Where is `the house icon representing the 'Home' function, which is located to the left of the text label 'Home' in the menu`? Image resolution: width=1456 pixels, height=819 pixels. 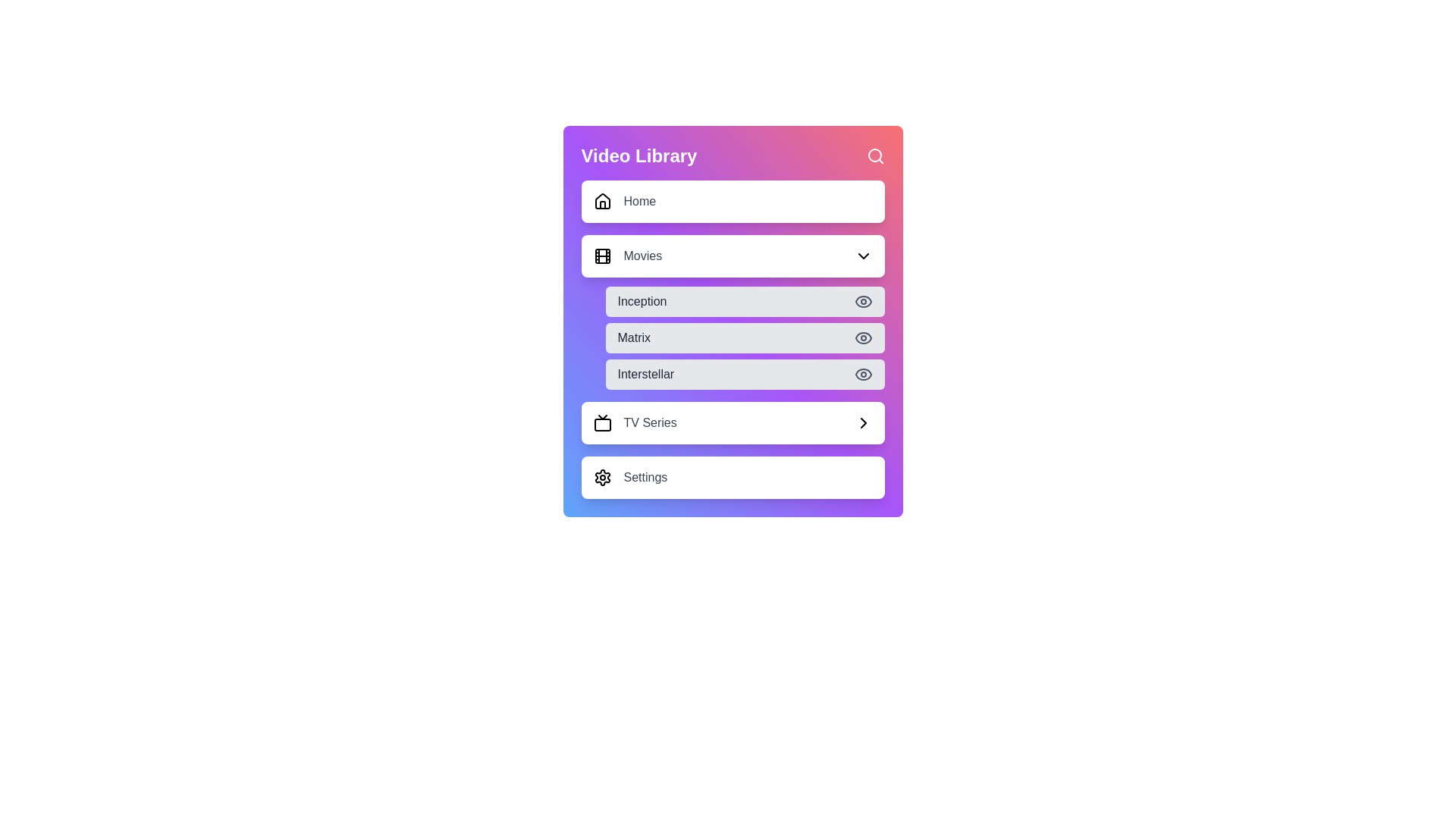
the house icon representing the 'Home' function, which is located to the left of the text label 'Home' in the menu is located at coordinates (601, 201).